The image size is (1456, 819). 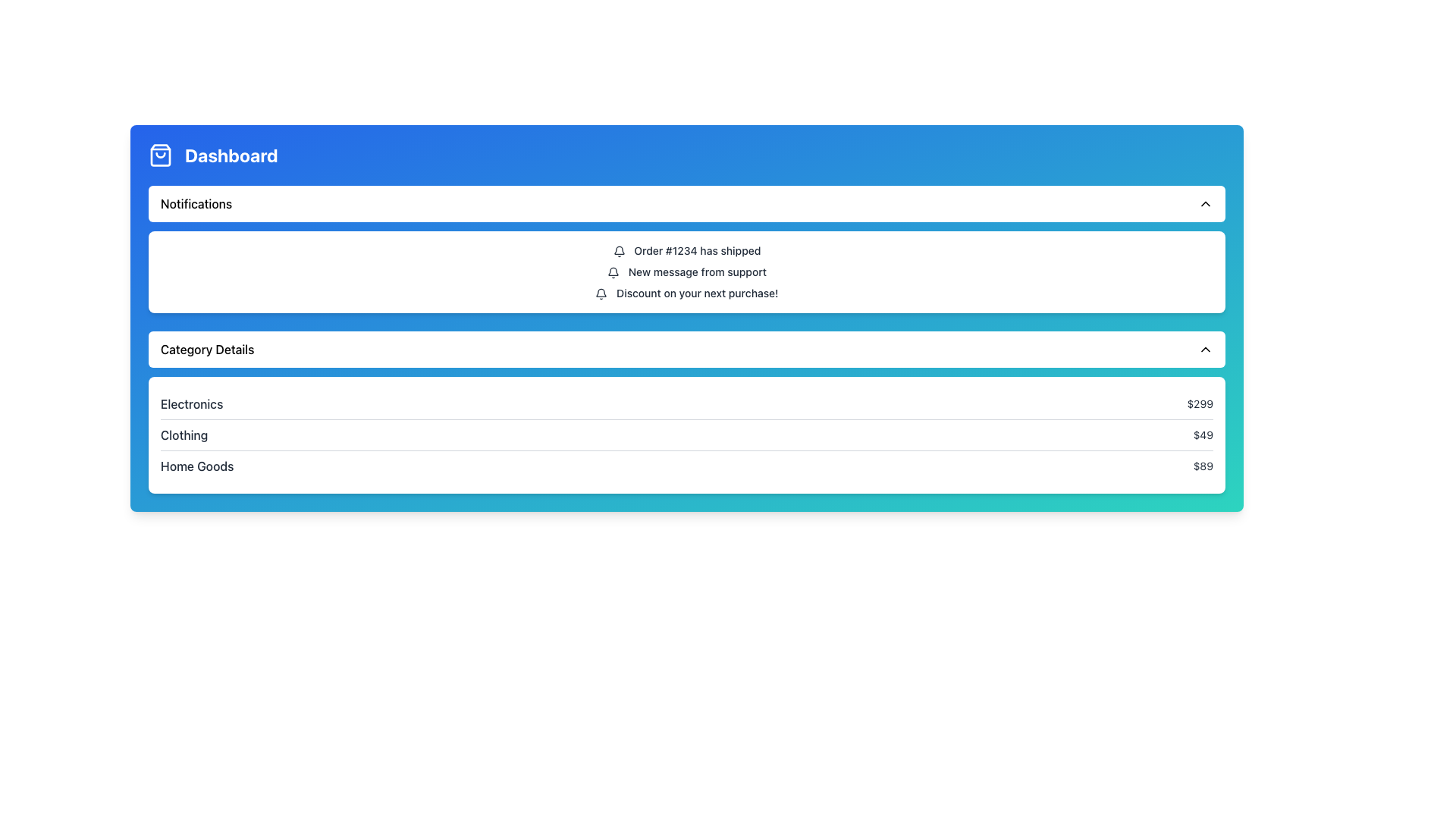 I want to click on the Text Label that serves as the title for the notifications section, positioned on the left side of a horizontal bar, so click(x=196, y=203).